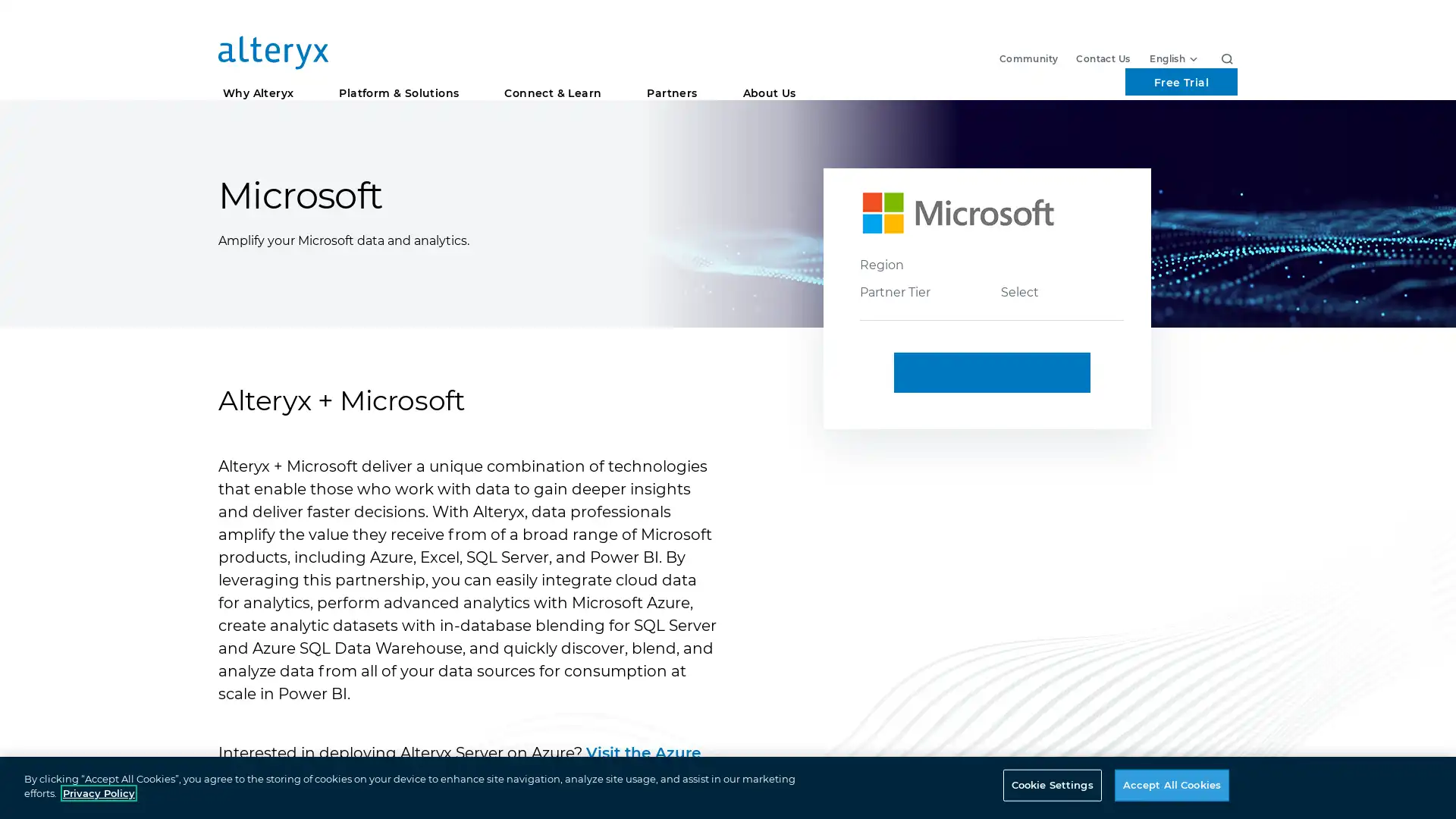  Describe the element at coordinates (1171, 784) in the screenshot. I see `Accept All Cookies` at that location.